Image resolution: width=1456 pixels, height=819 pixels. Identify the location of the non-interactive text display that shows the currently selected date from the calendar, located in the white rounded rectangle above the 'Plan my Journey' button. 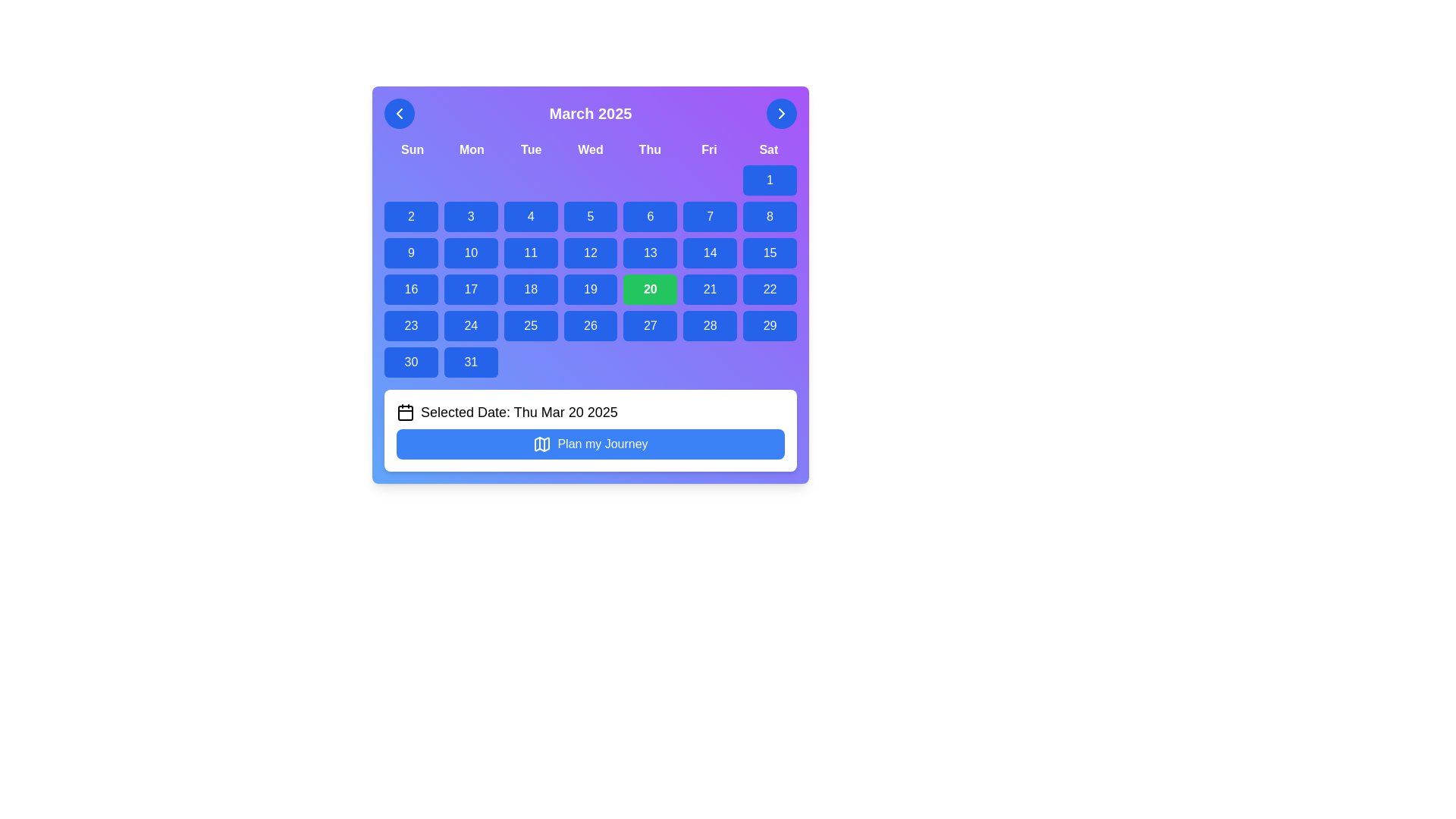
(589, 412).